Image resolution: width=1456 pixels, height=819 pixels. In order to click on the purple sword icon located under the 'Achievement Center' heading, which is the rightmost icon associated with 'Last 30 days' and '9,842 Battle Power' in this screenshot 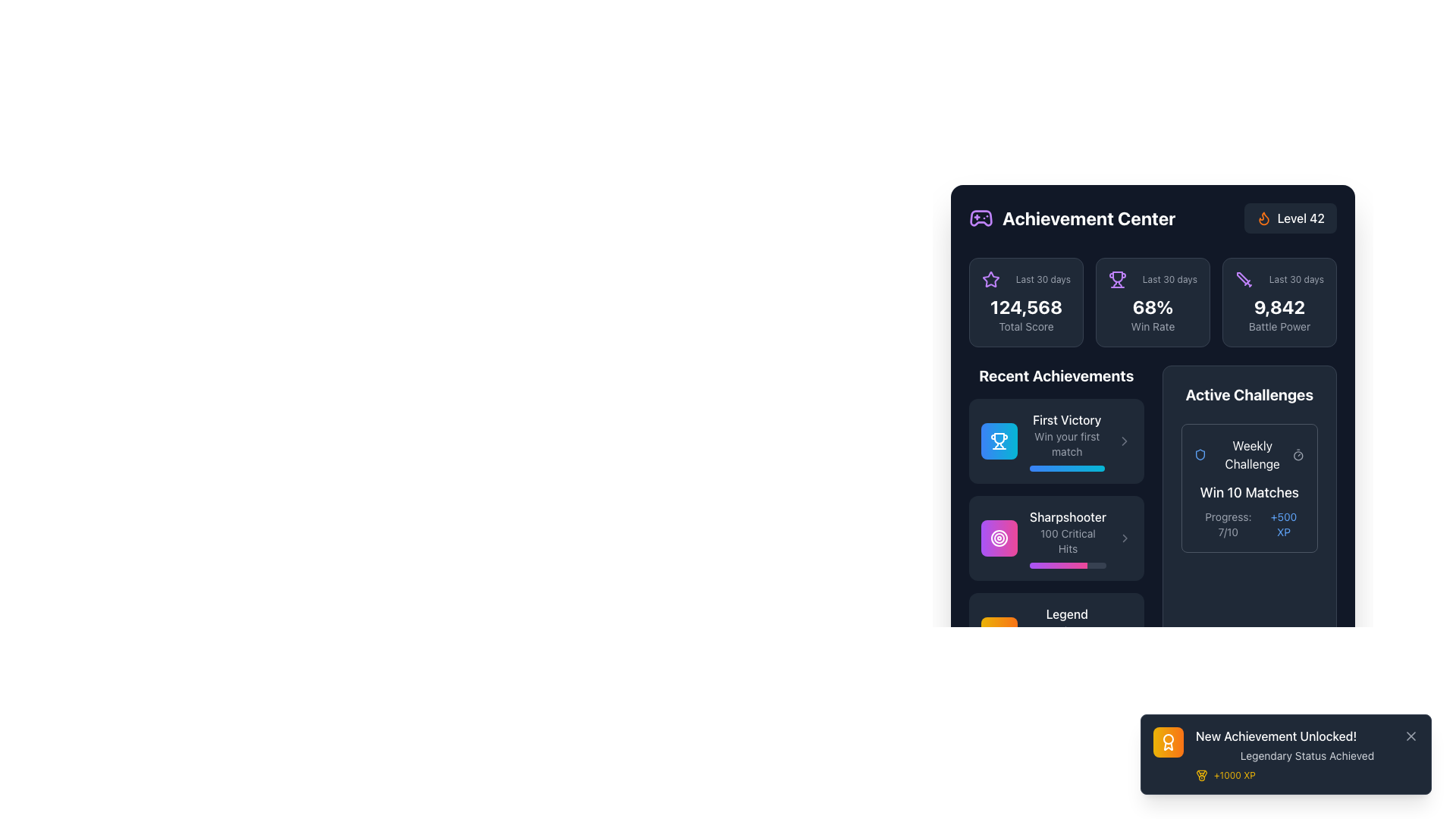, I will do `click(1244, 280)`.